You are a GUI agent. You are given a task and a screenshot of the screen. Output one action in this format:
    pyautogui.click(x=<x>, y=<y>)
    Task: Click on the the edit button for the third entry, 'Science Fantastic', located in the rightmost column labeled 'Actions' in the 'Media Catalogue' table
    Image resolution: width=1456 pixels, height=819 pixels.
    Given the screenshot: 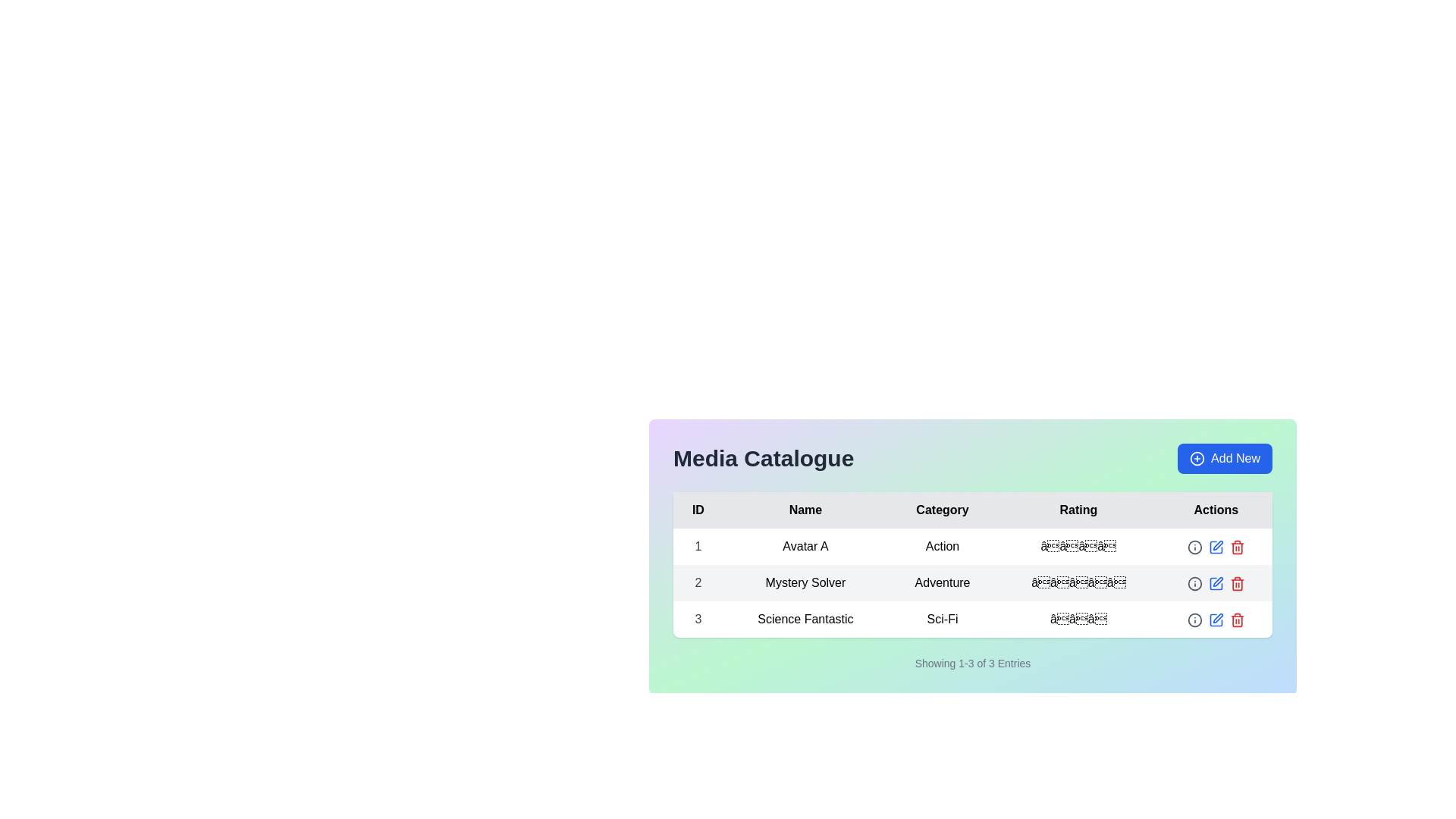 What is the action you would take?
    pyautogui.click(x=1216, y=620)
    